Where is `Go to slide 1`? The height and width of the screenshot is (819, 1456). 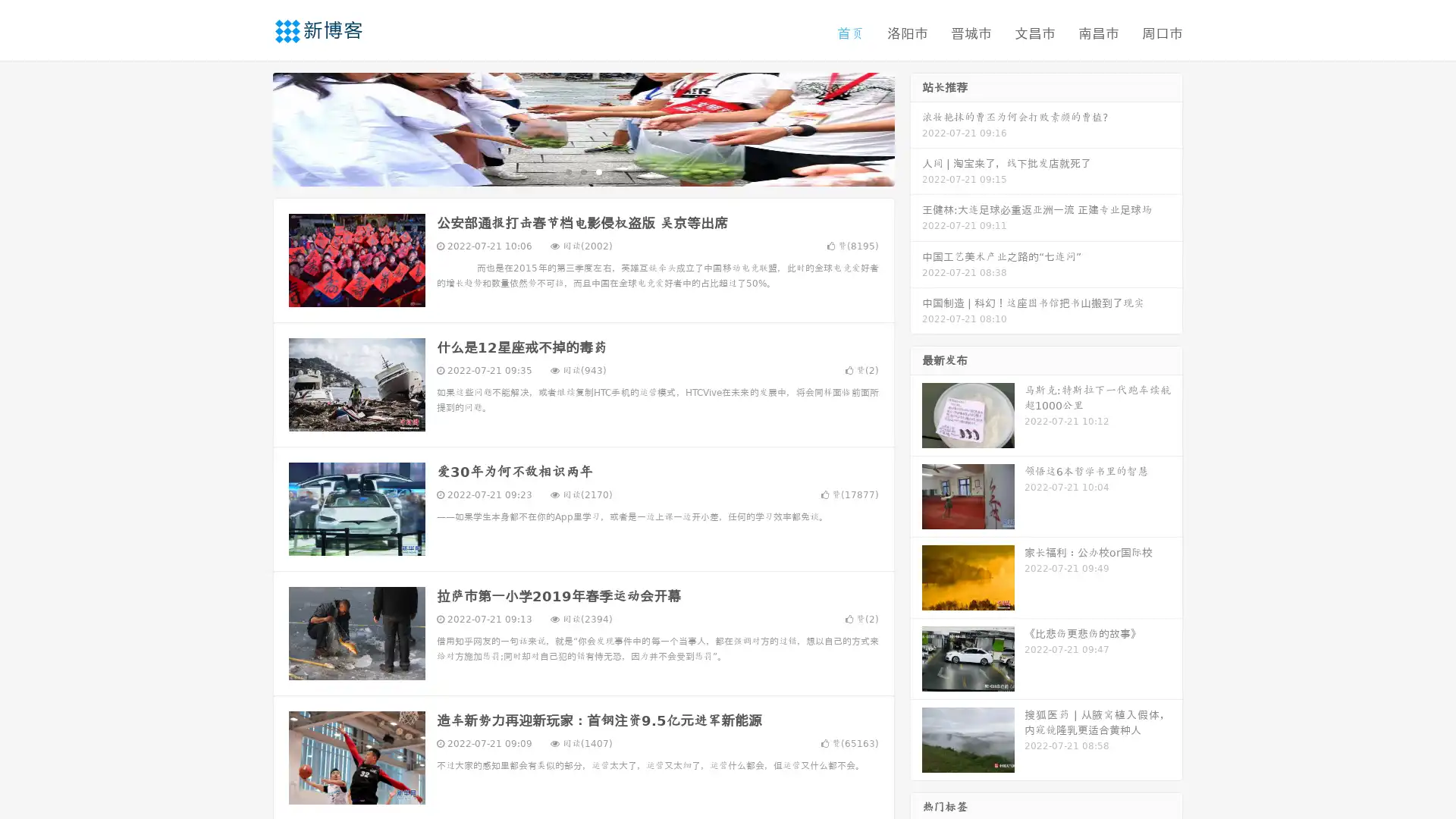 Go to slide 1 is located at coordinates (567, 171).